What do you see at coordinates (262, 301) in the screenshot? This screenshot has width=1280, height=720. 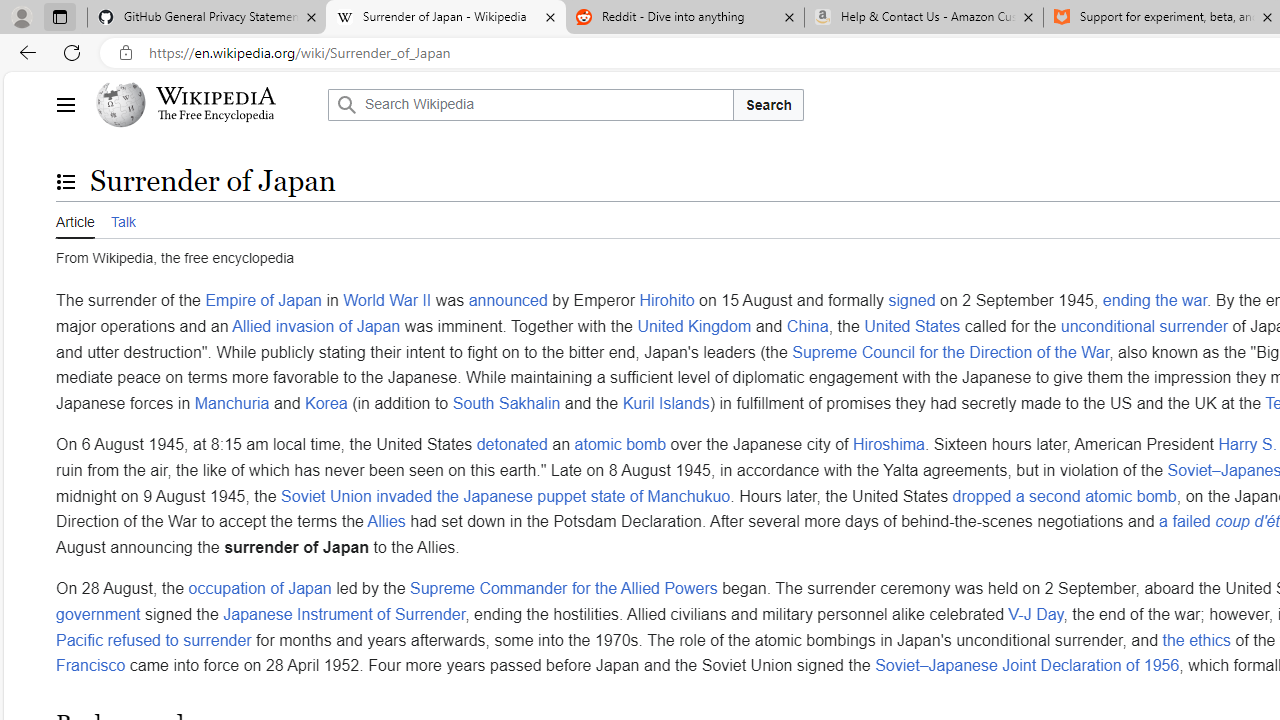 I see `'Empire of Japan'` at bounding box center [262, 301].